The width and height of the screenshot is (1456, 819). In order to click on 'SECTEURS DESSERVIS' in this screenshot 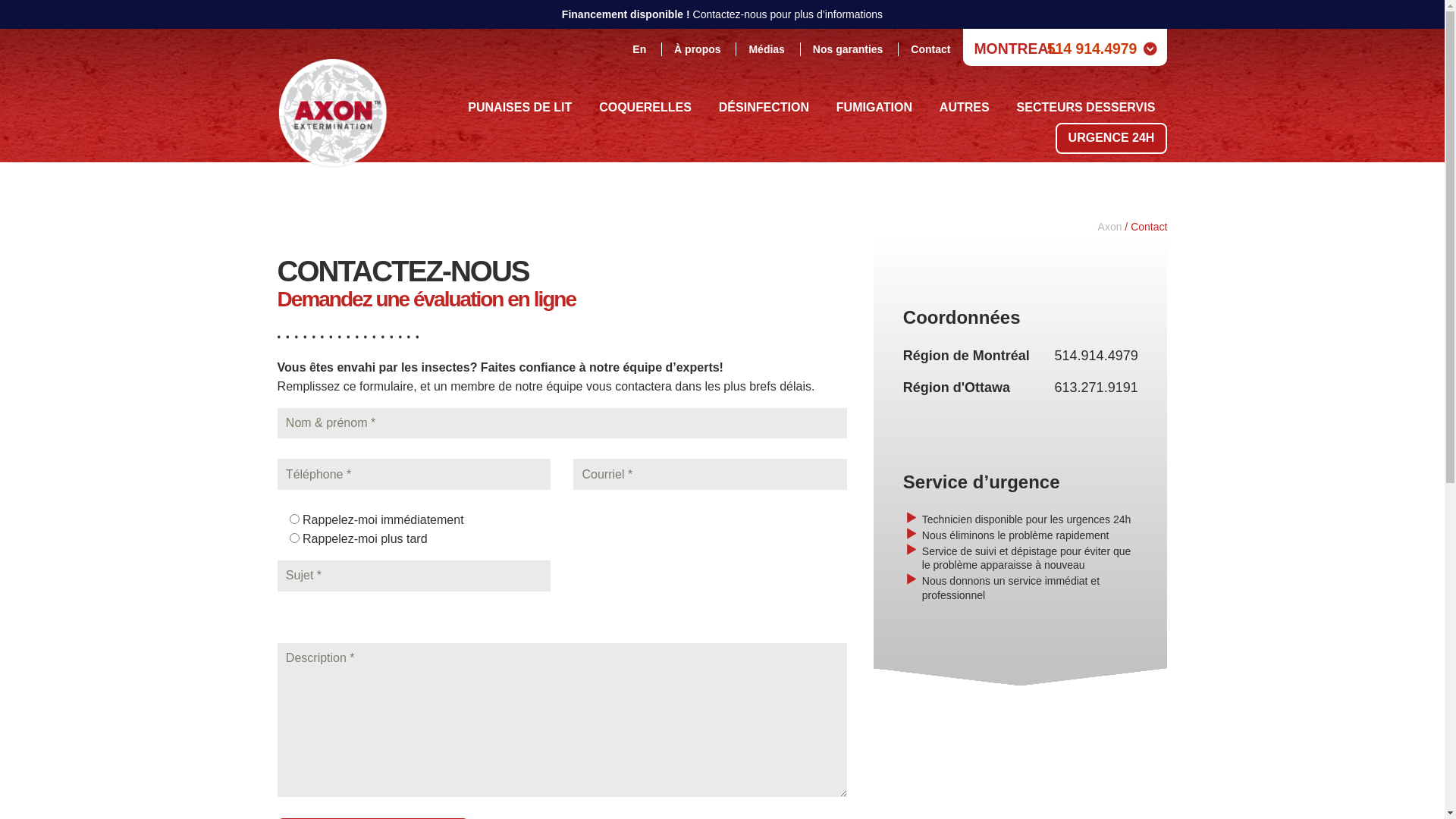, I will do `click(1085, 107)`.